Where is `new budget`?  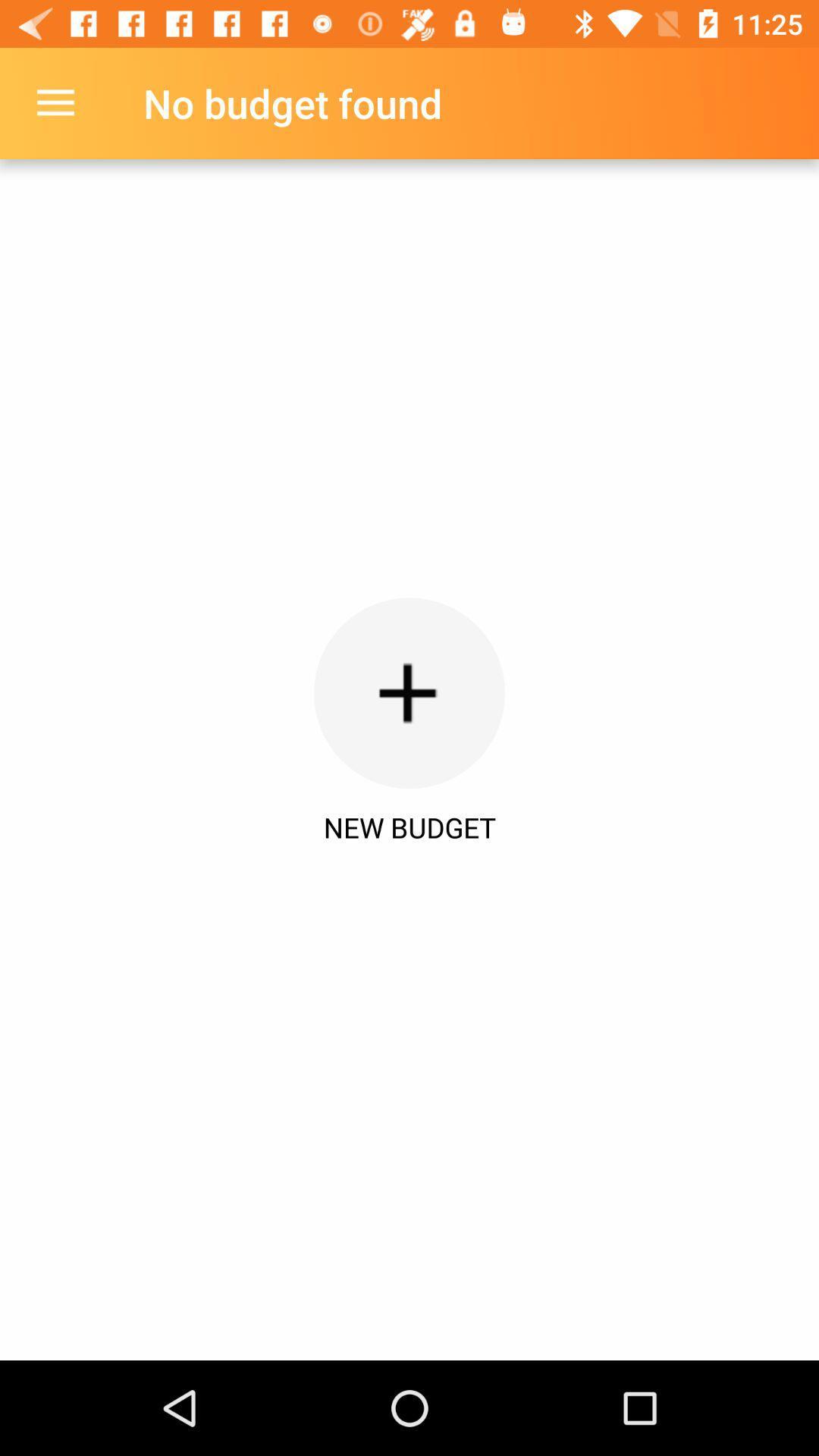
new budget is located at coordinates (409, 692).